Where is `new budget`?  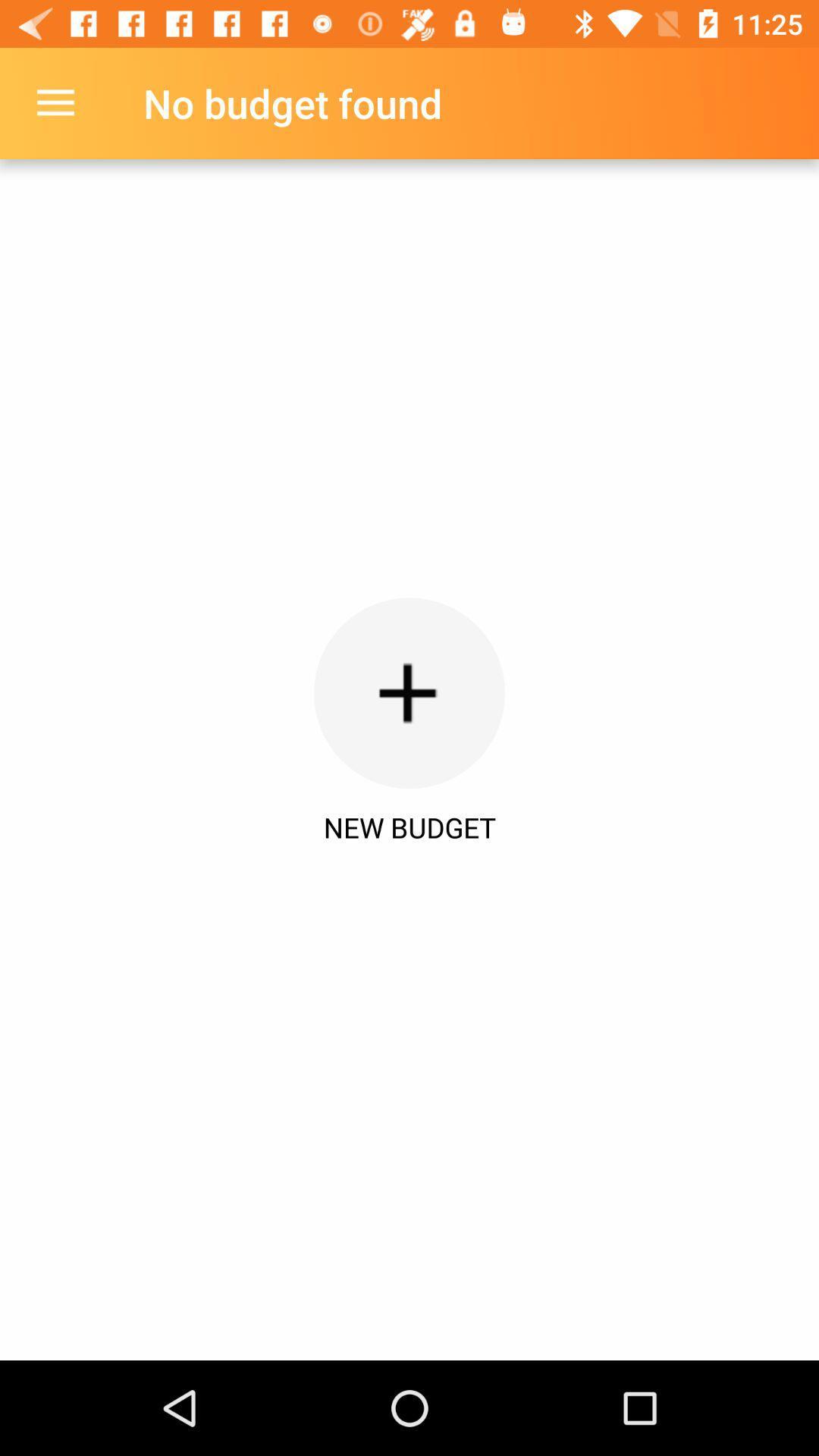
new budget is located at coordinates (409, 692).